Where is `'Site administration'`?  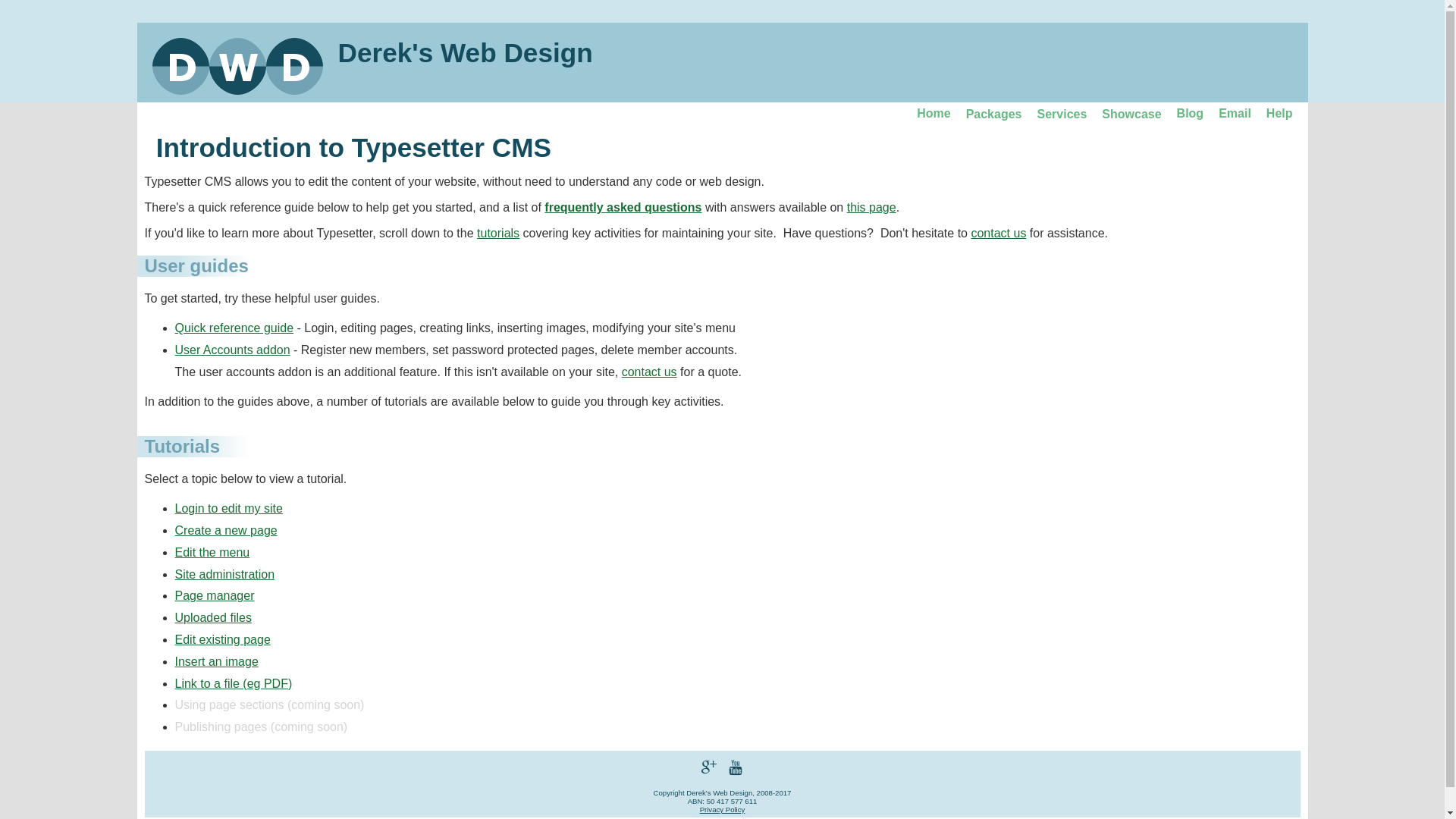 'Site administration' is located at coordinates (224, 574).